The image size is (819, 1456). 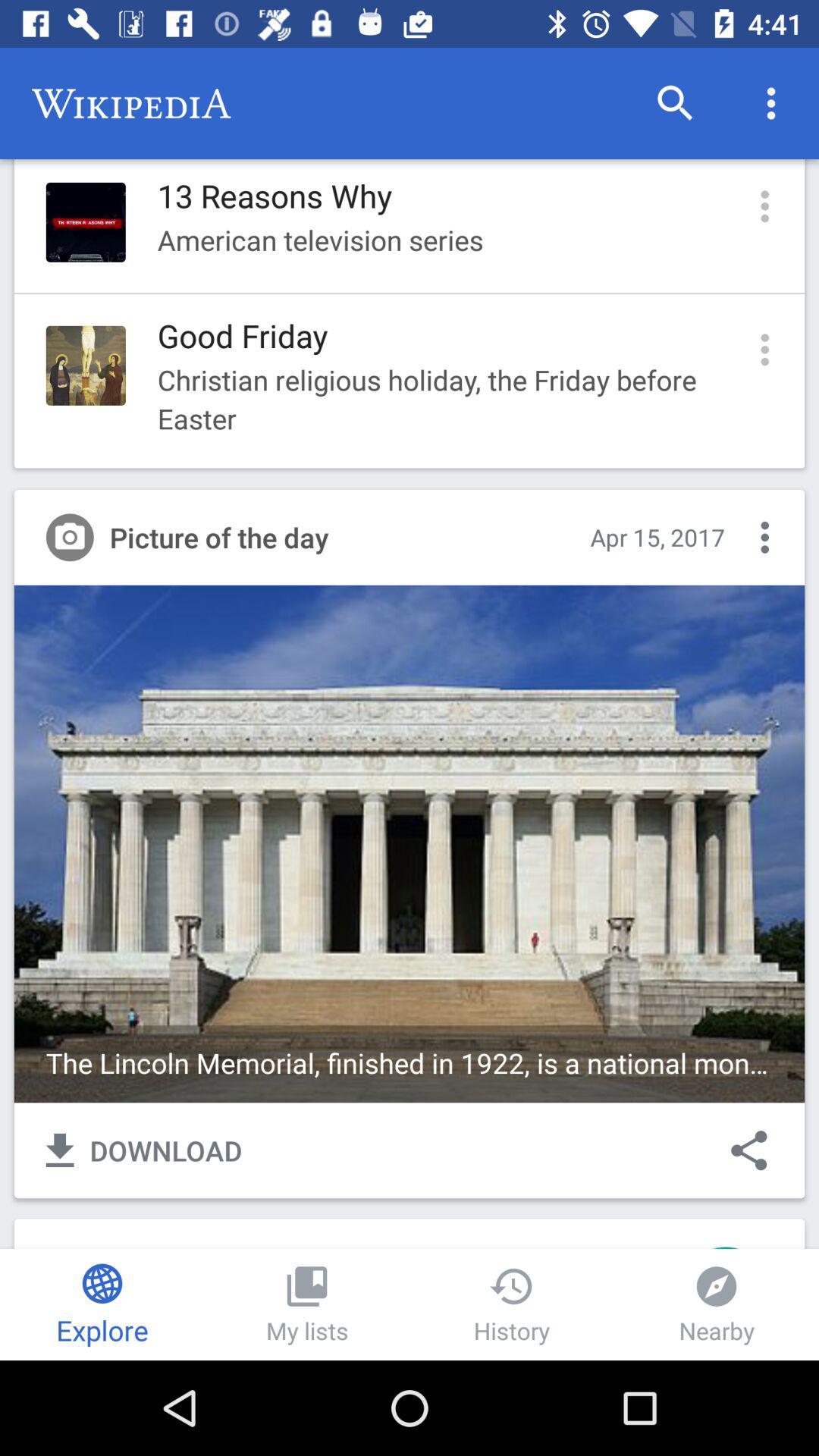 What do you see at coordinates (771, 103) in the screenshot?
I see `the more option symbol beside search option` at bounding box center [771, 103].